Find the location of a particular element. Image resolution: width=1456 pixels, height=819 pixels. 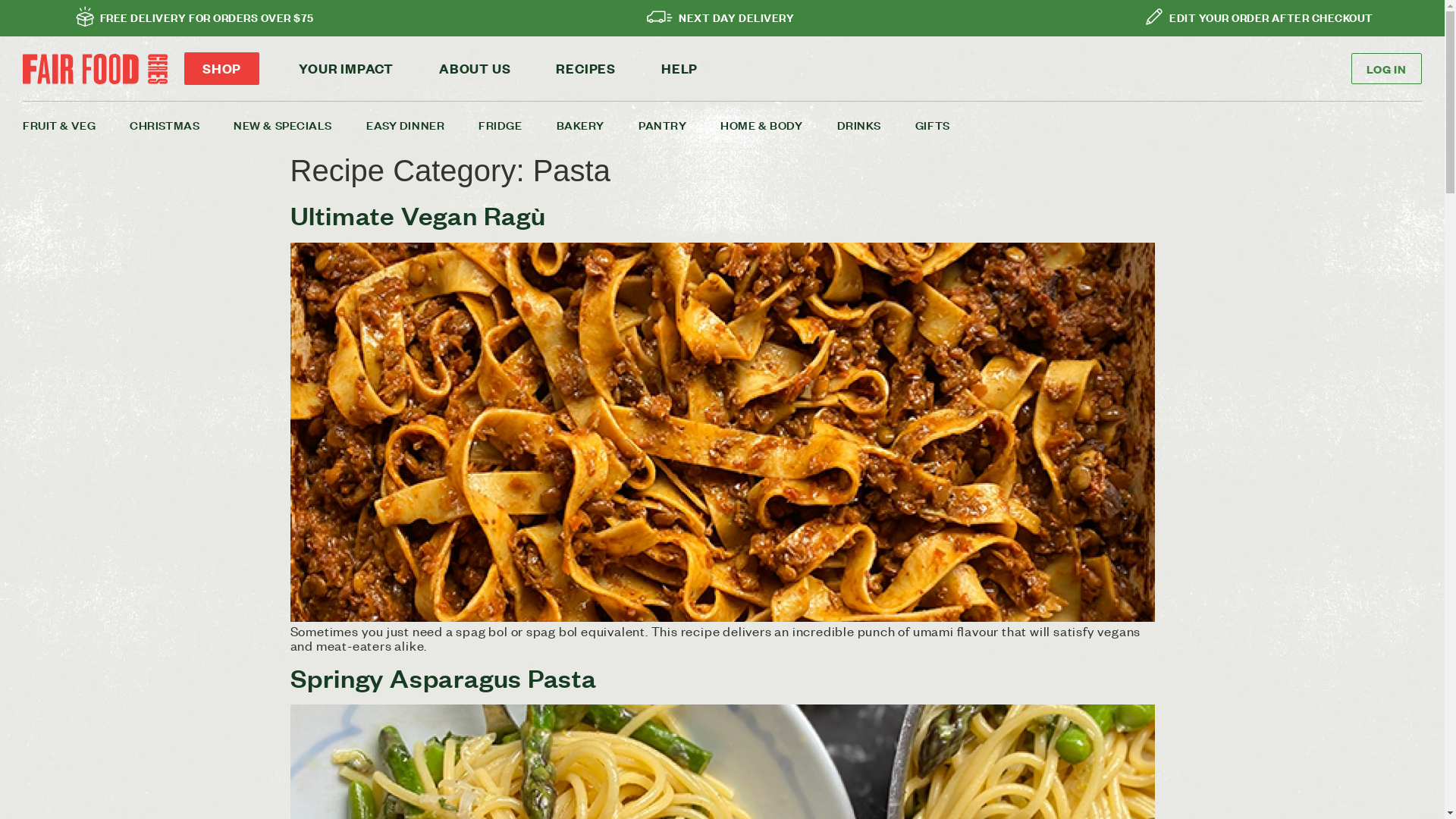

'HOME & BODY' is located at coordinates (778, 124).